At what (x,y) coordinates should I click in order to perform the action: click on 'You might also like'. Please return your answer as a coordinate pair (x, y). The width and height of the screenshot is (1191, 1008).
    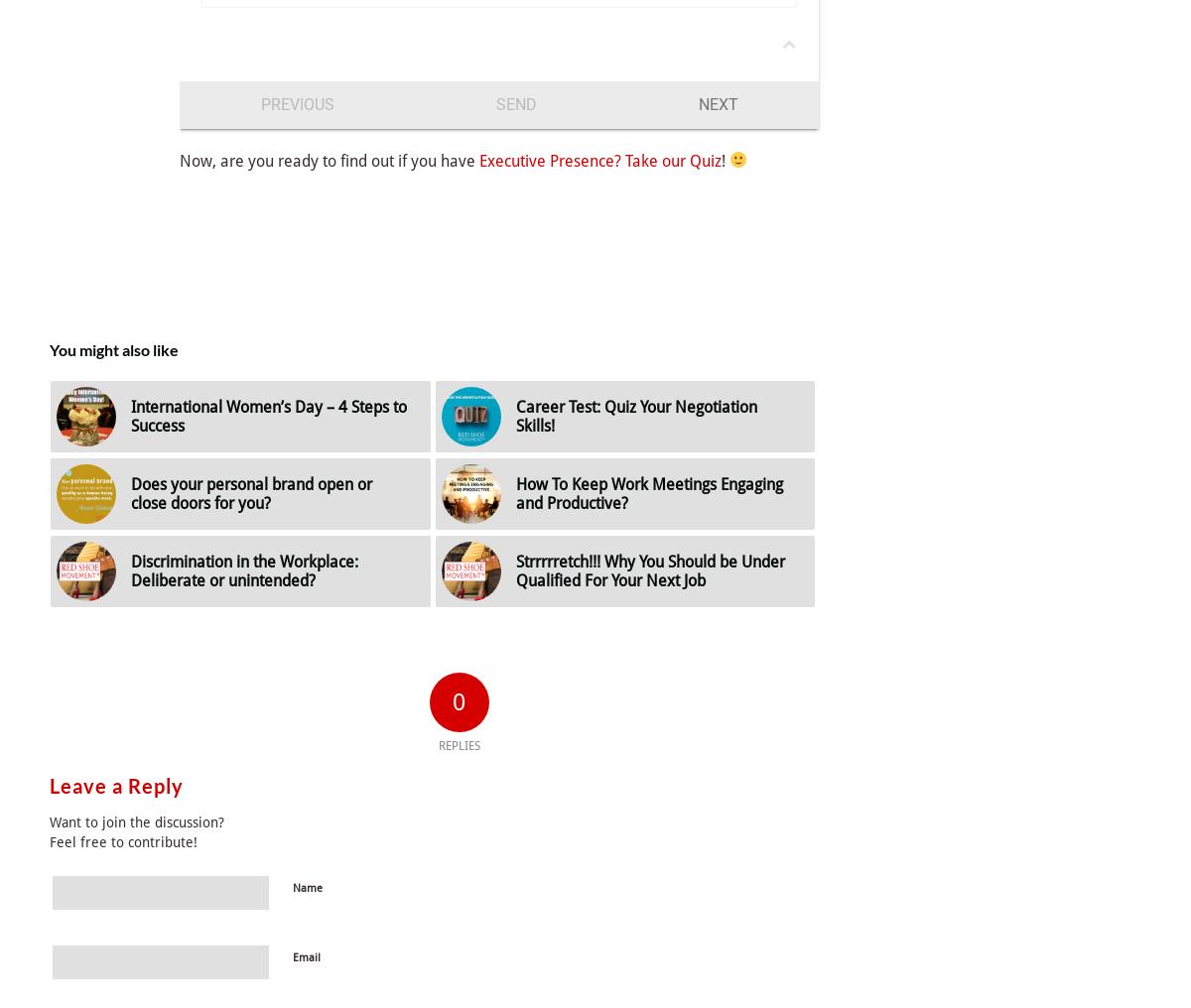
    Looking at the image, I should click on (113, 348).